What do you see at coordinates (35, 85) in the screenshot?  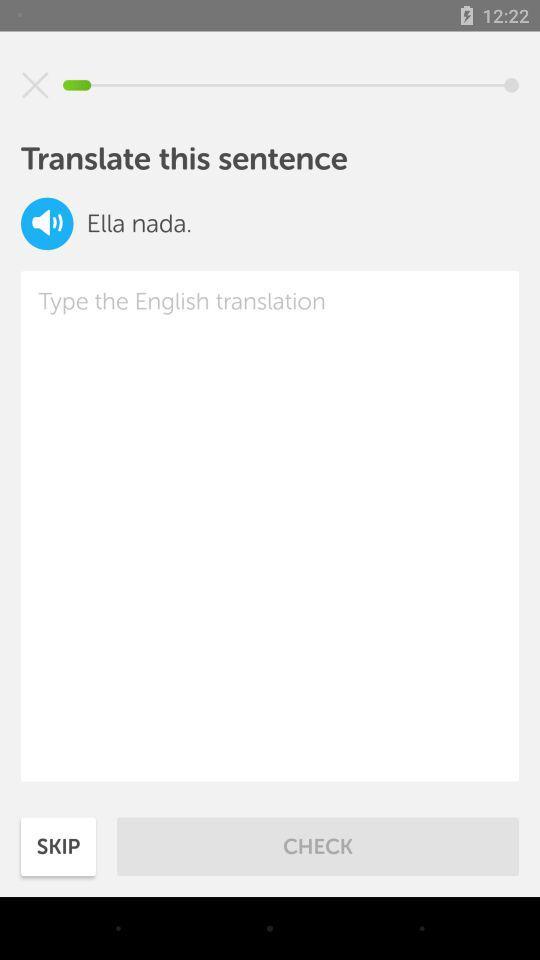 I see `button` at bounding box center [35, 85].